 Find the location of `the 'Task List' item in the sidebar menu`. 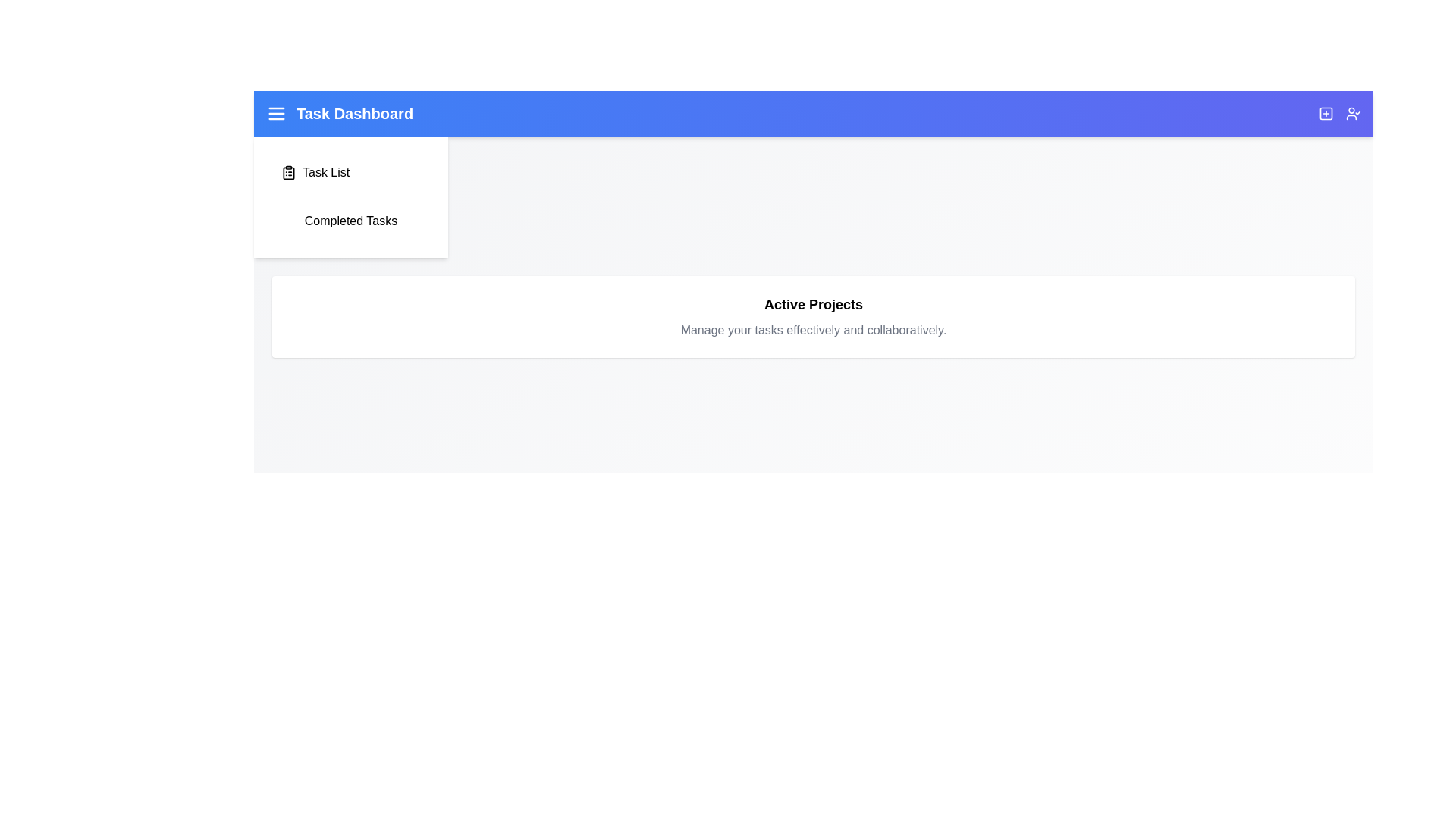

the 'Task List' item in the sidebar menu is located at coordinates (350, 171).